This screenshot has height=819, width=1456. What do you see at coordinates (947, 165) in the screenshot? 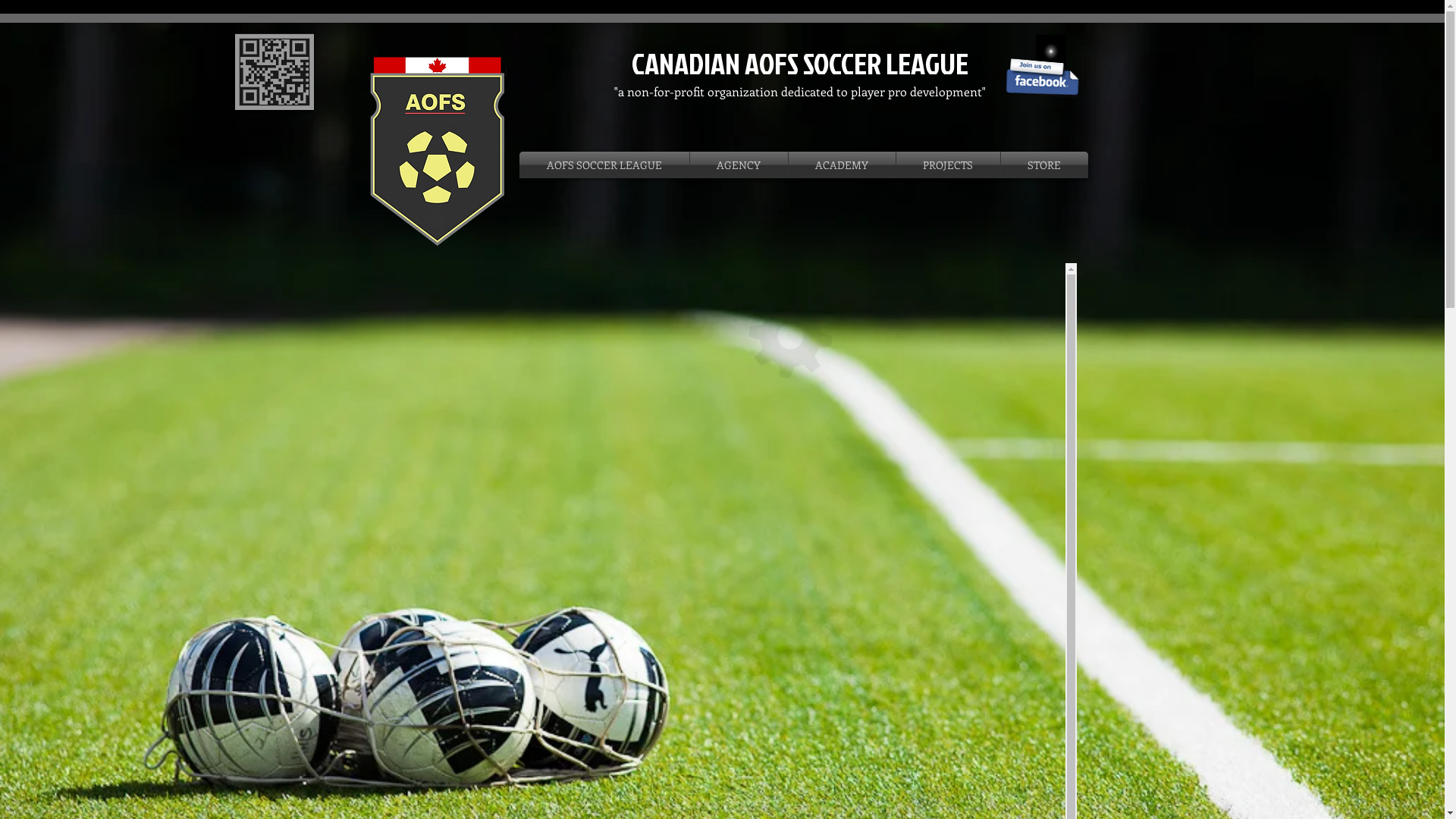
I see `'PROJECTS'` at bounding box center [947, 165].